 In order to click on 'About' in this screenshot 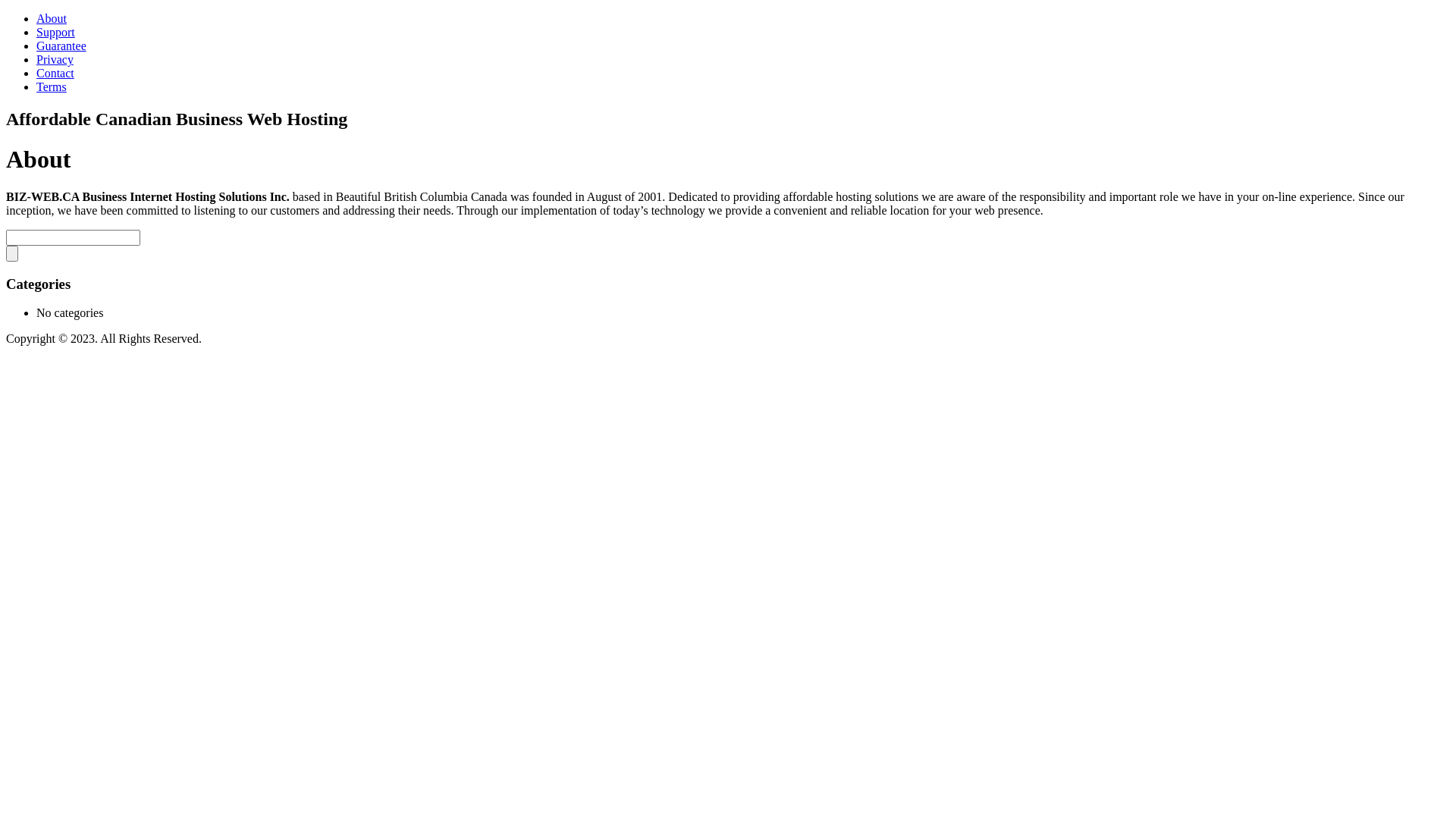, I will do `click(51, 18)`.